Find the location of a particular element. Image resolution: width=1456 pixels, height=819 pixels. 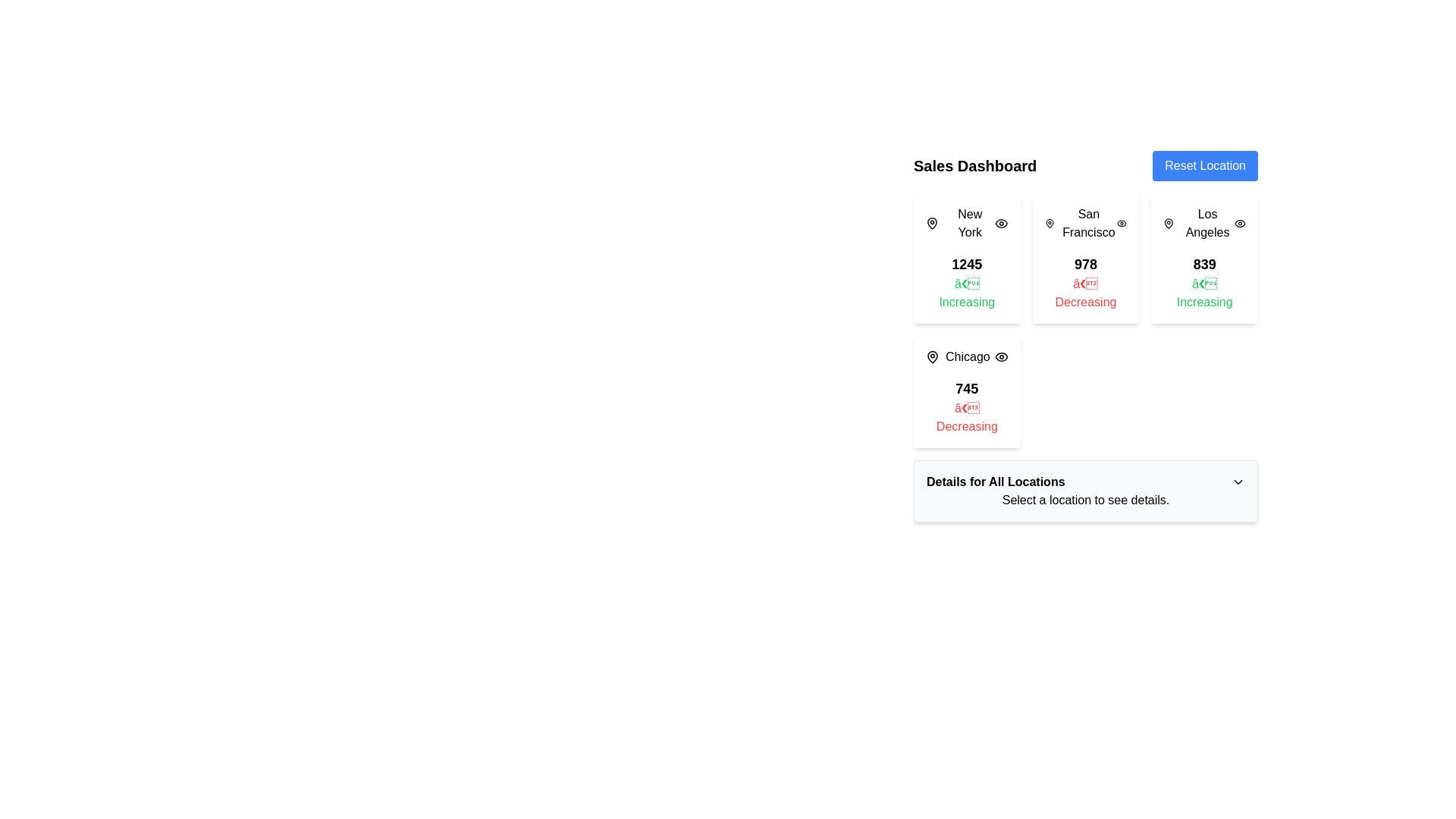

the eye icon located at the top right corner of the 'Los Angeles' card is located at coordinates (1240, 223).